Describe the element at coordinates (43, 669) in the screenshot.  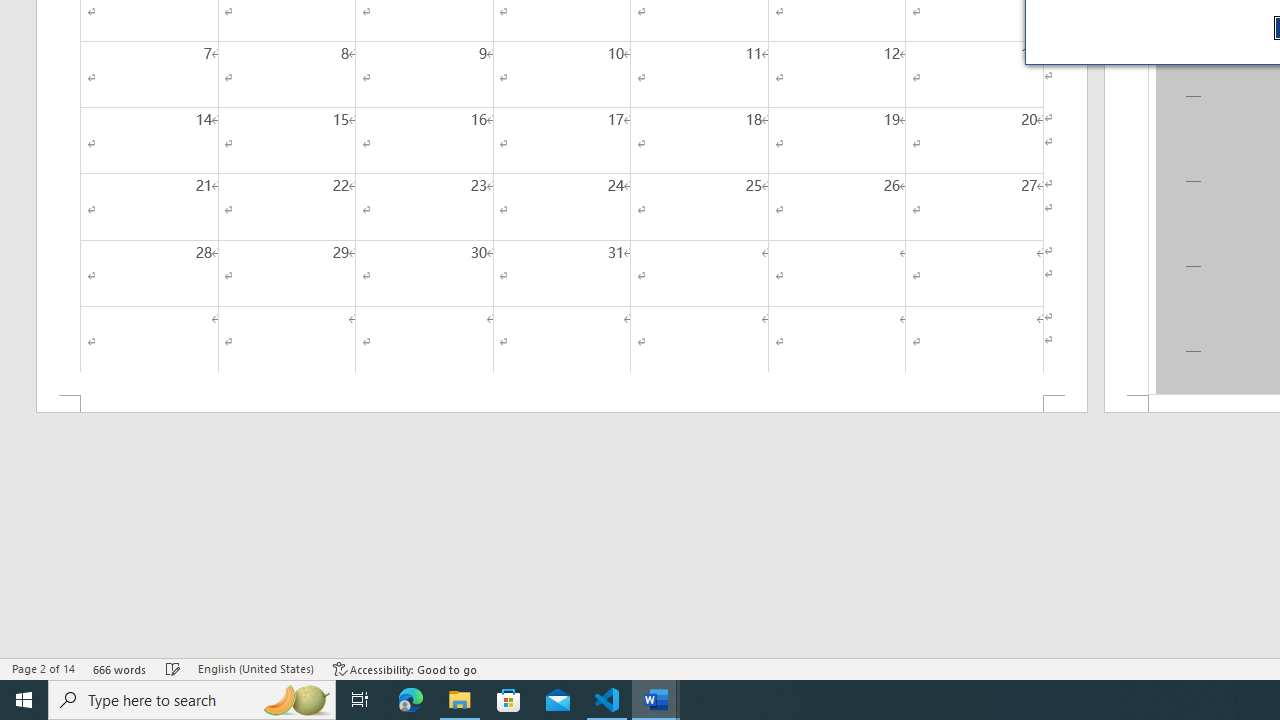
I see `'Page Number Page 2 of 14'` at that location.